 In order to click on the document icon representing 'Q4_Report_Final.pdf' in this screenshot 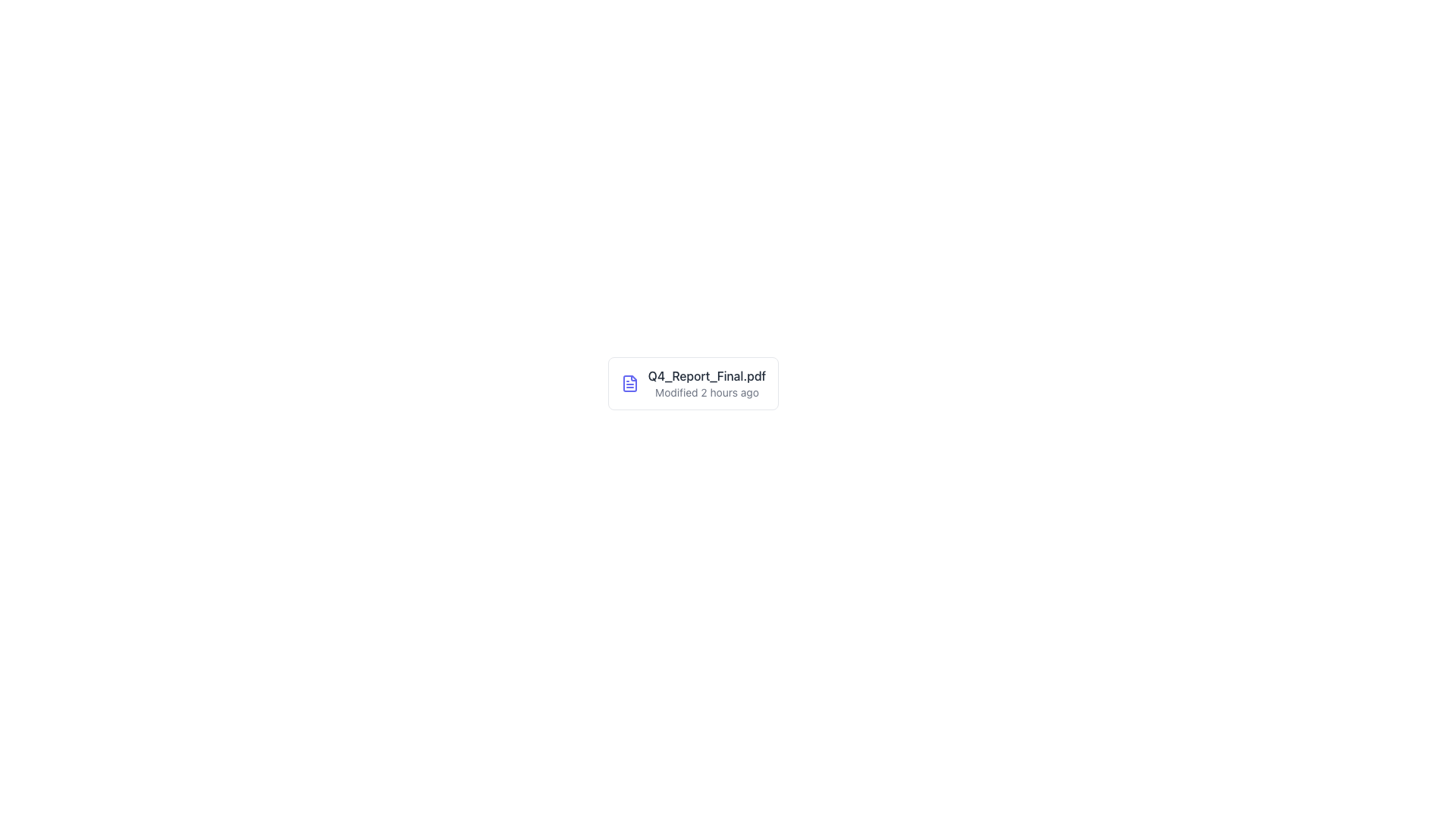, I will do `click(629, 382)`.